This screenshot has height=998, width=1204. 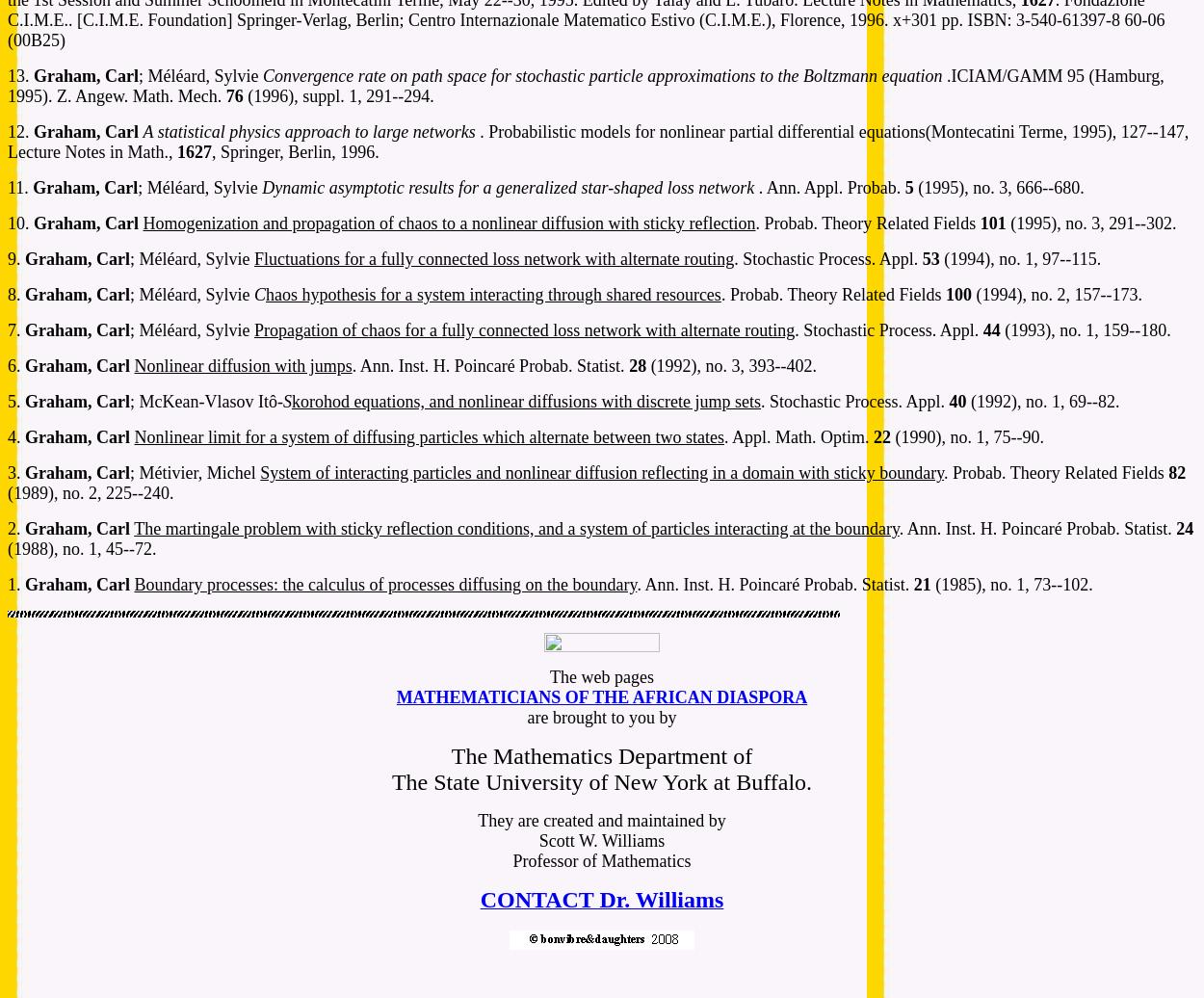 I want to click on '8.', so click(x=16, y=295).